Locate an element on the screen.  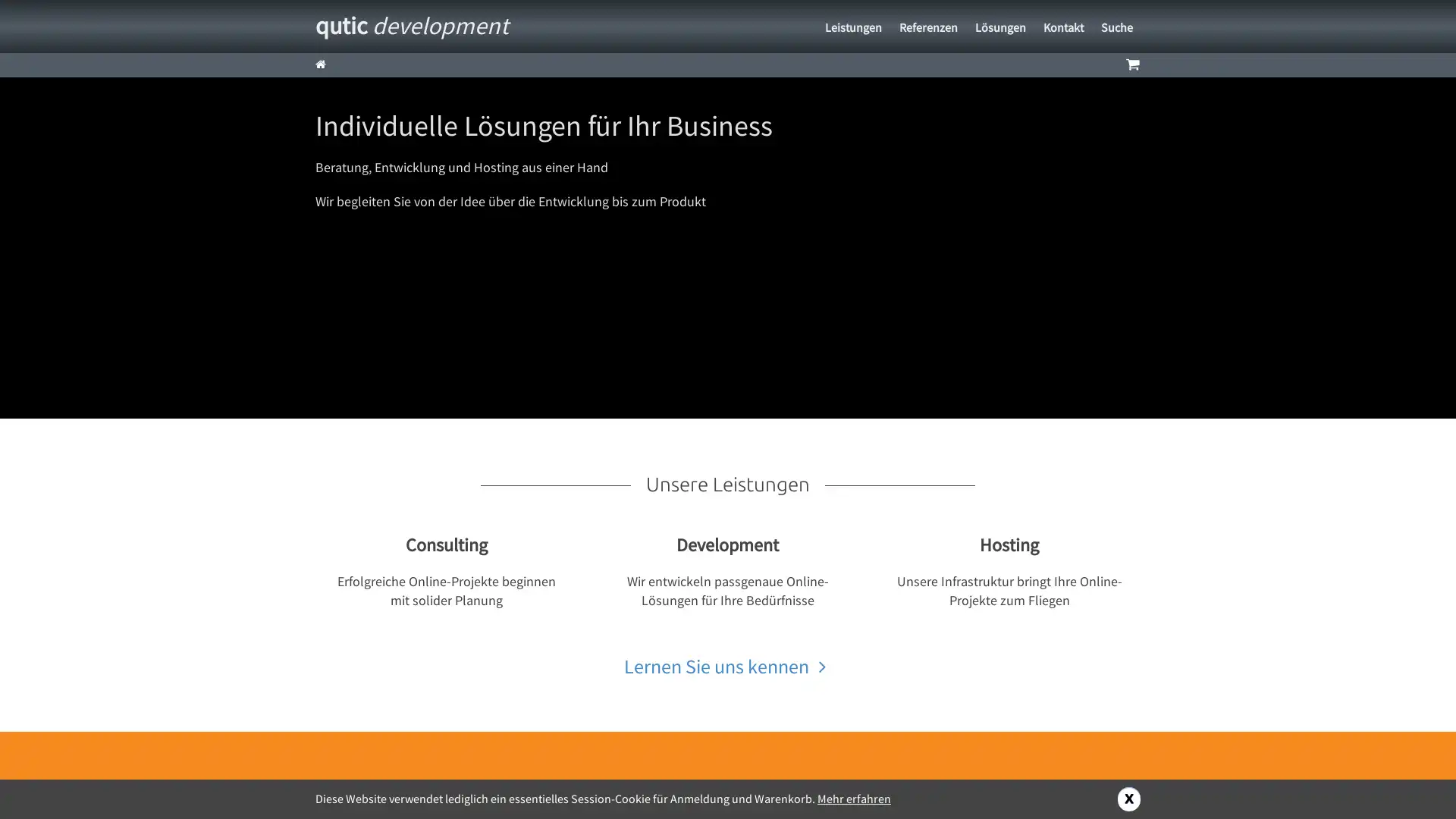
Hinweis ausblenden is located at coordinates (1128, 798).